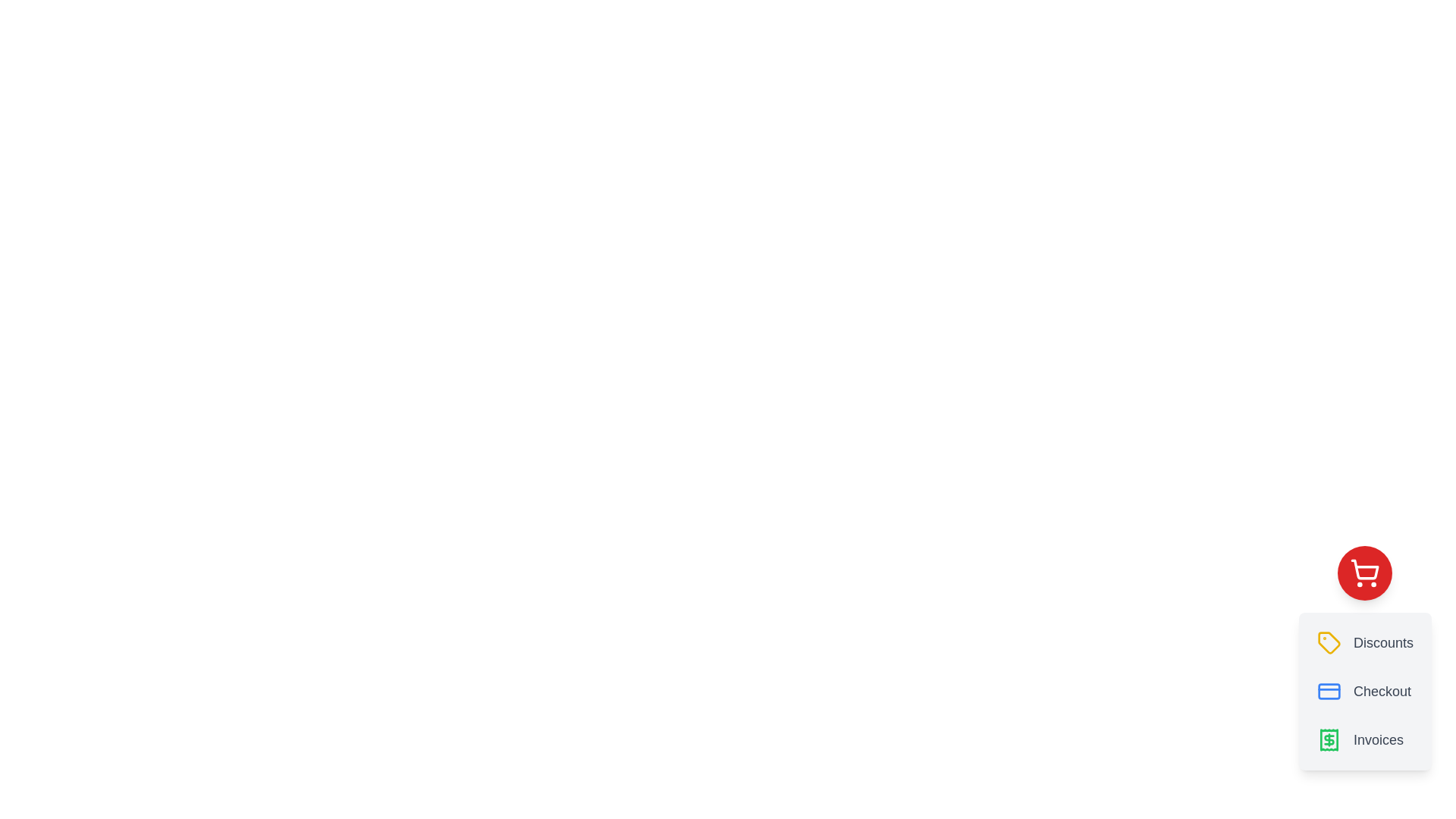 Image resolution: width=1456 pixels, height=819 pixels. What do you see at coordinates (1365, 691) in the screenshot?
I see `the 'Checkout' button with the blue credit card icon` at bounding box center [1365, 691].